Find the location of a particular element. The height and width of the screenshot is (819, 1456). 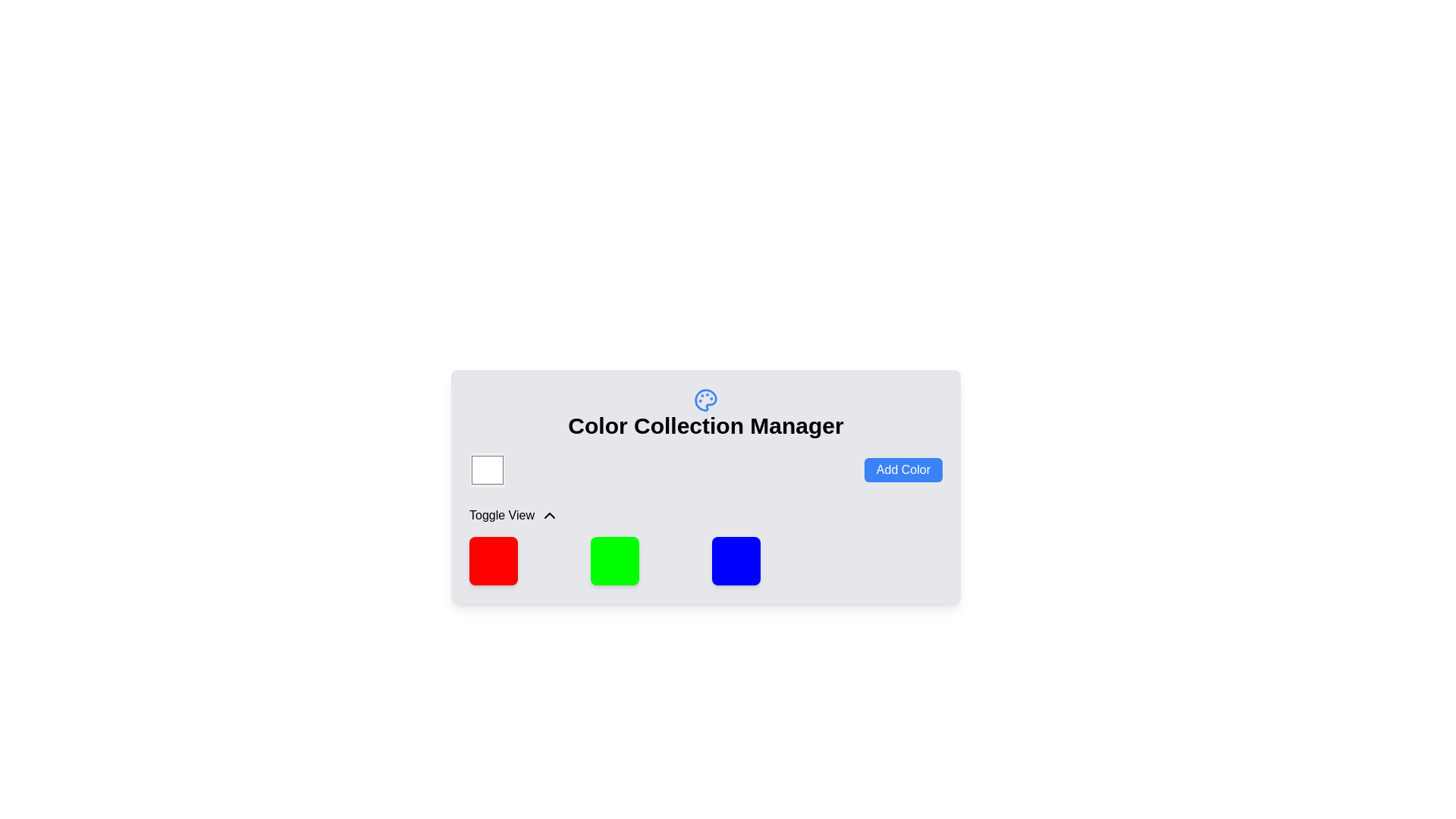

the decorative icon representing the 'Color Collection Manager' feature, which is located above the title text in the central section of the interface is located at coordinates (705, 400).